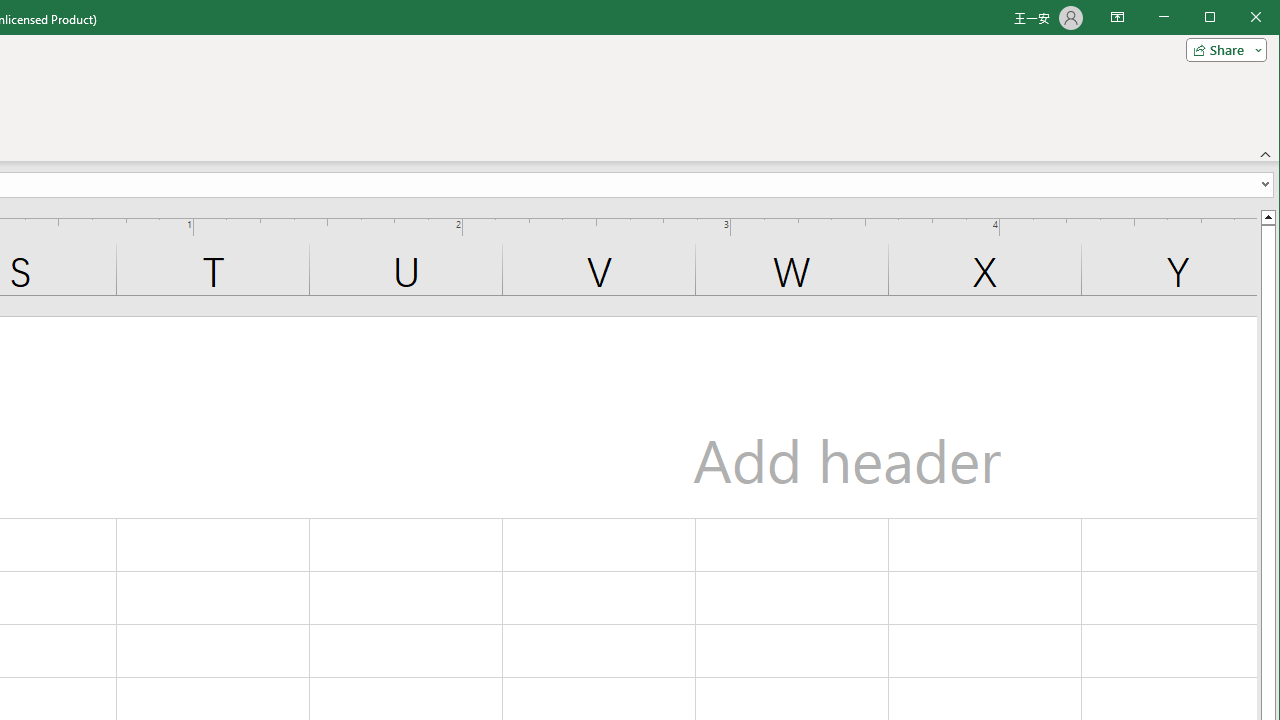 The height and width of the screenshot is (720, 1280). Describe the element at coordinates (1265, 153) in the screenshot. I see `'Collapse the Ribbon'` at that location.